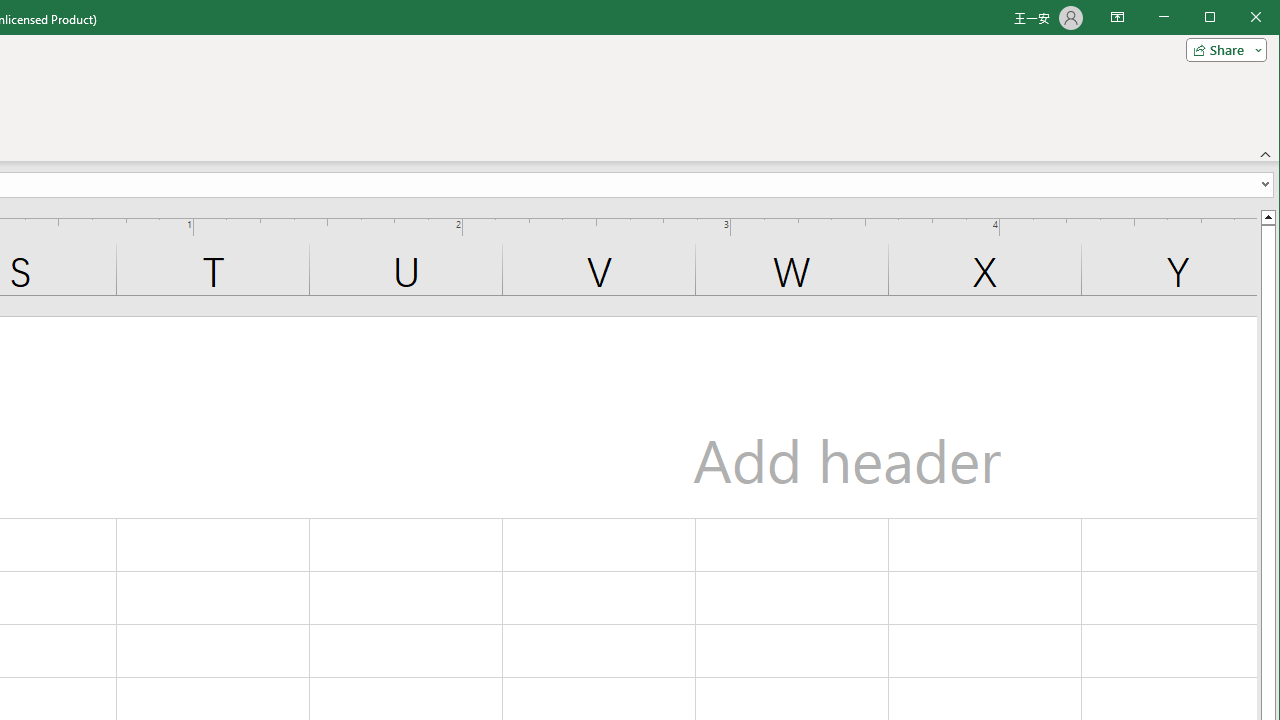 The height and width of the screenshot is (720, 1280). Describe the element at coordinates (1265, 153) in the screenshot. I see `'Collapse the Ribbon'` at that location.